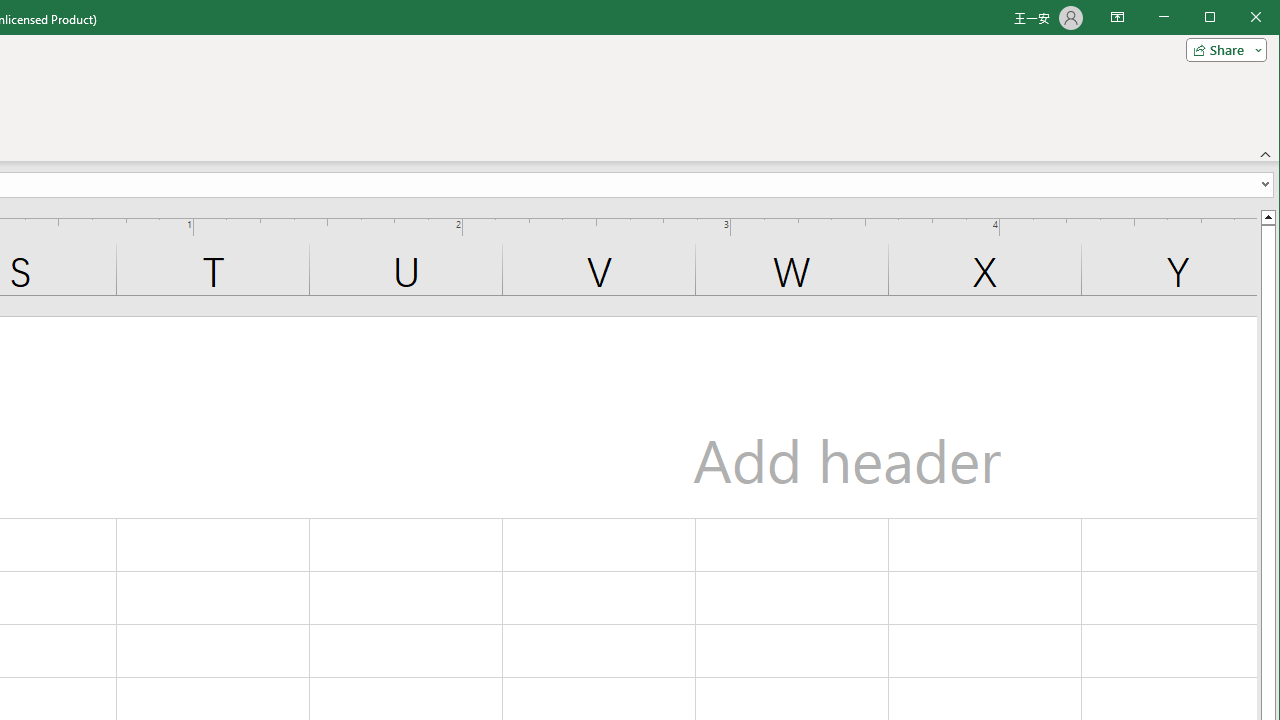 The height and width of the screenshot is (720, 1280). Describe the element at coordinates (1265, 153) in the screenshot. I see `'Collapse the Ribbon'` at that location.